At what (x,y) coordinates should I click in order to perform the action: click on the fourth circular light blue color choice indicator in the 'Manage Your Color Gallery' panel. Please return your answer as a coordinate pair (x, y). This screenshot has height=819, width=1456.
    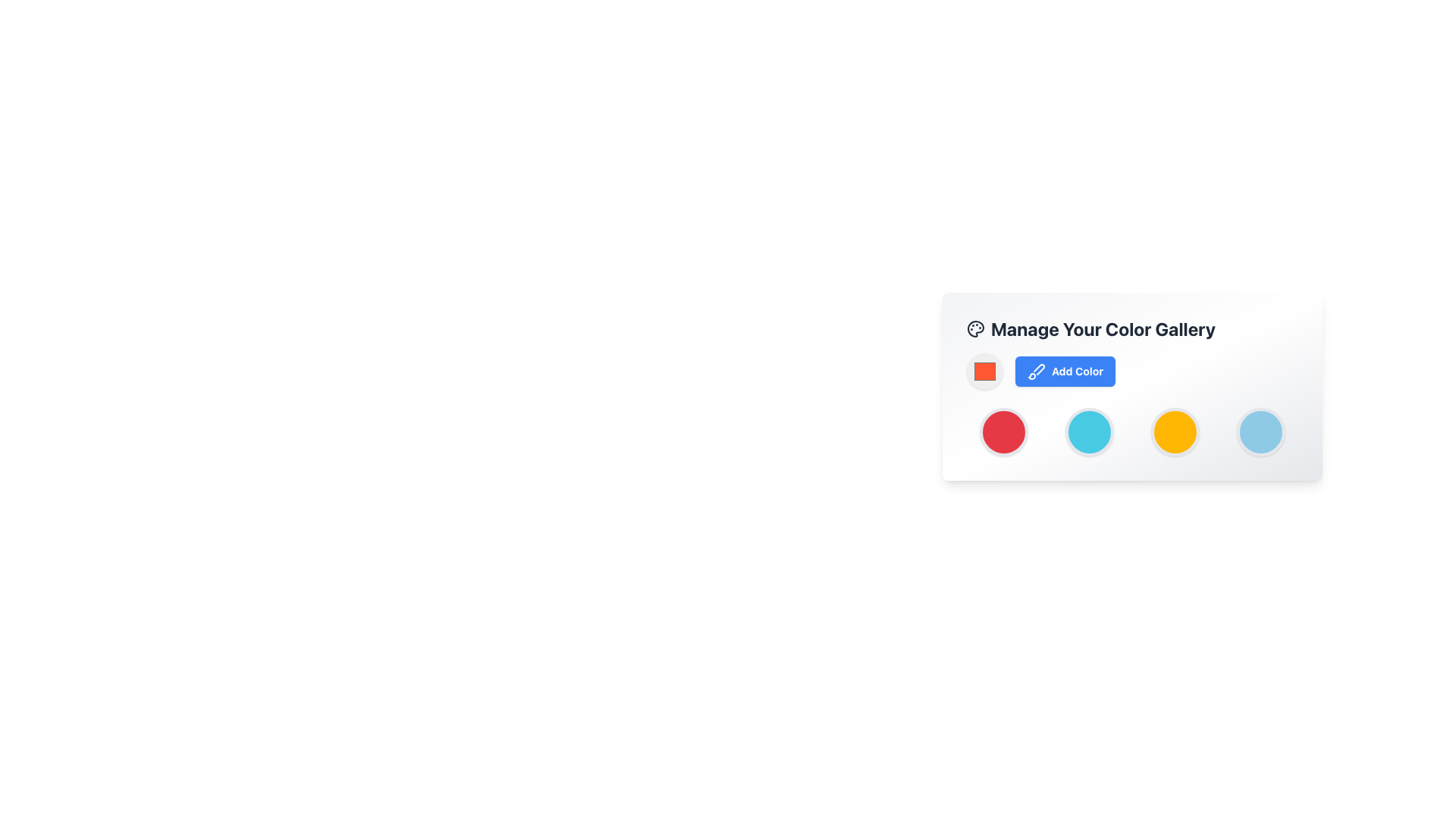
    Looking at the image, I should click on (1261, 432).